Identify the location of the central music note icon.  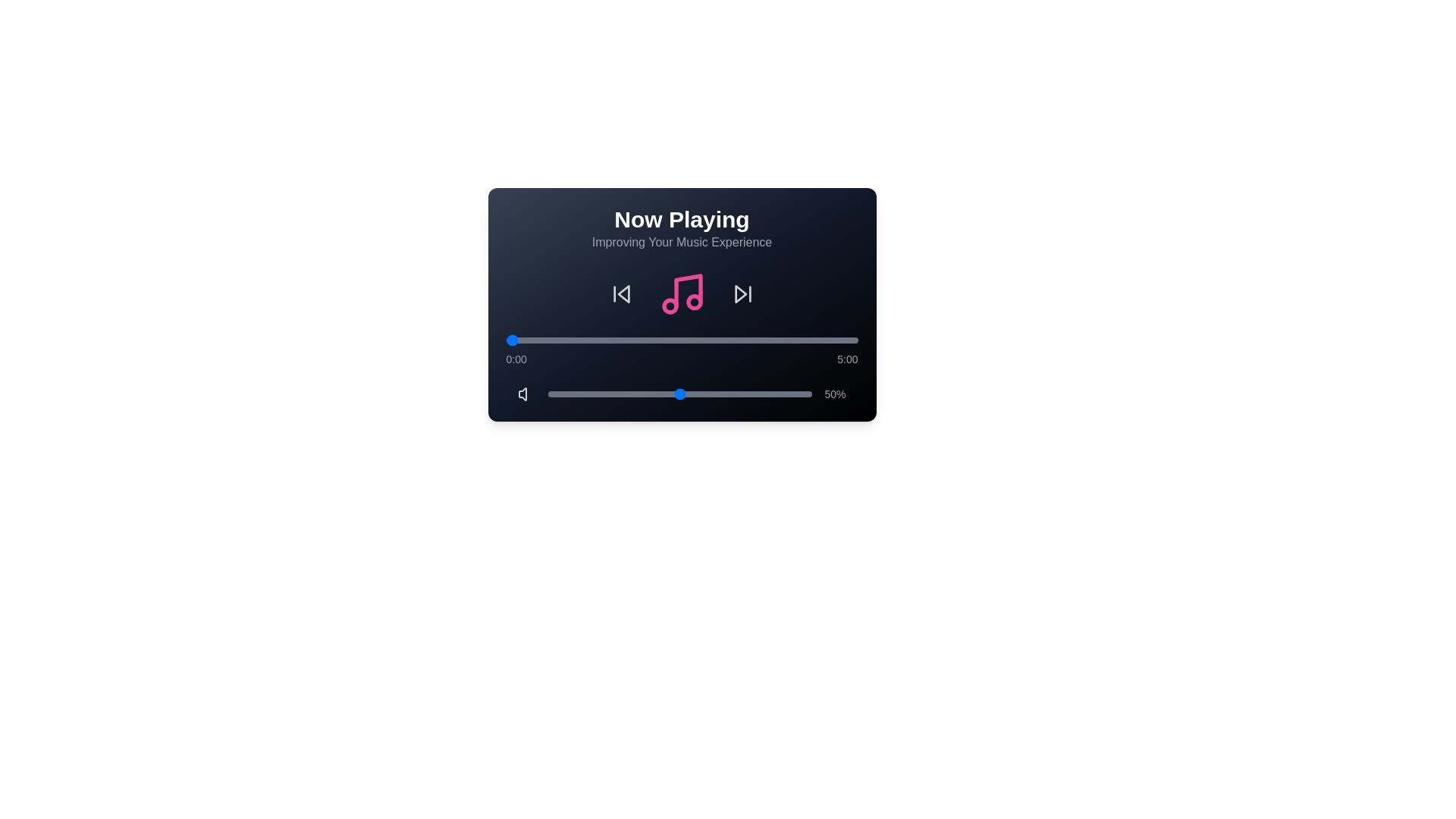
(681, 294).